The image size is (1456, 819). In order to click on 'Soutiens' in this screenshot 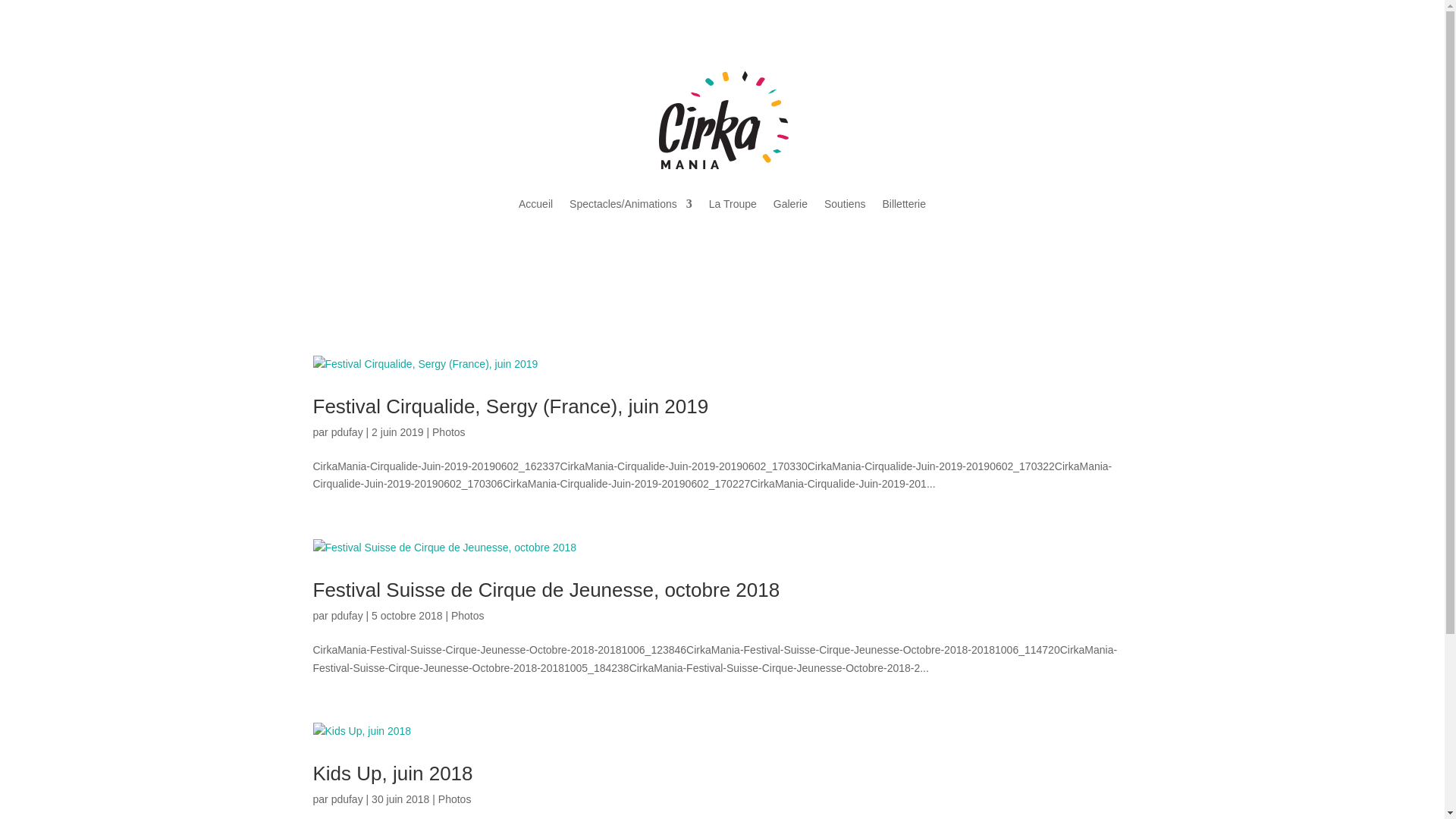, I will do `click(843, 203)`.